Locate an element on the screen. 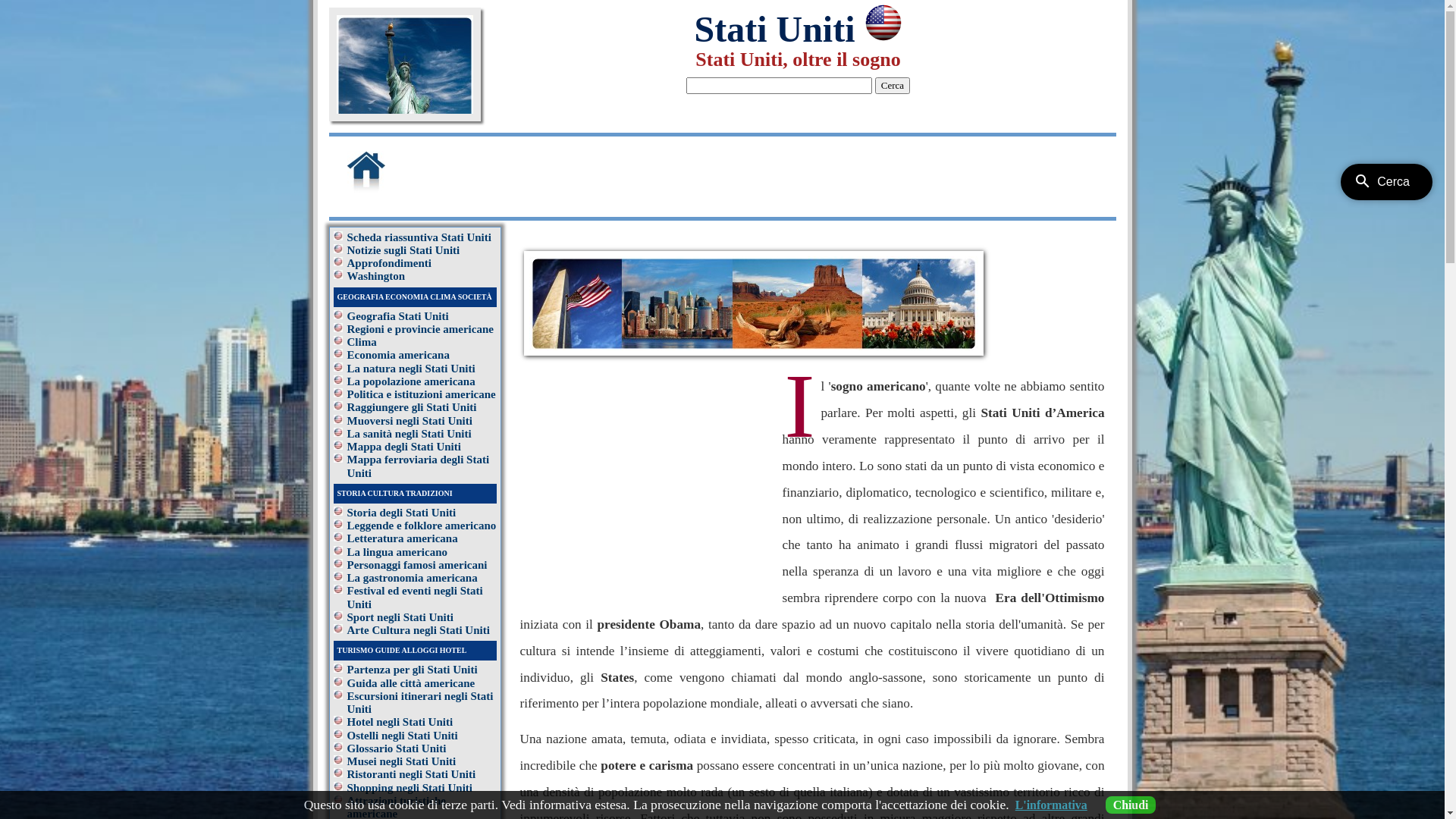  'Notizie sugli Stati Uniti' is located at coordinates (346, 249).